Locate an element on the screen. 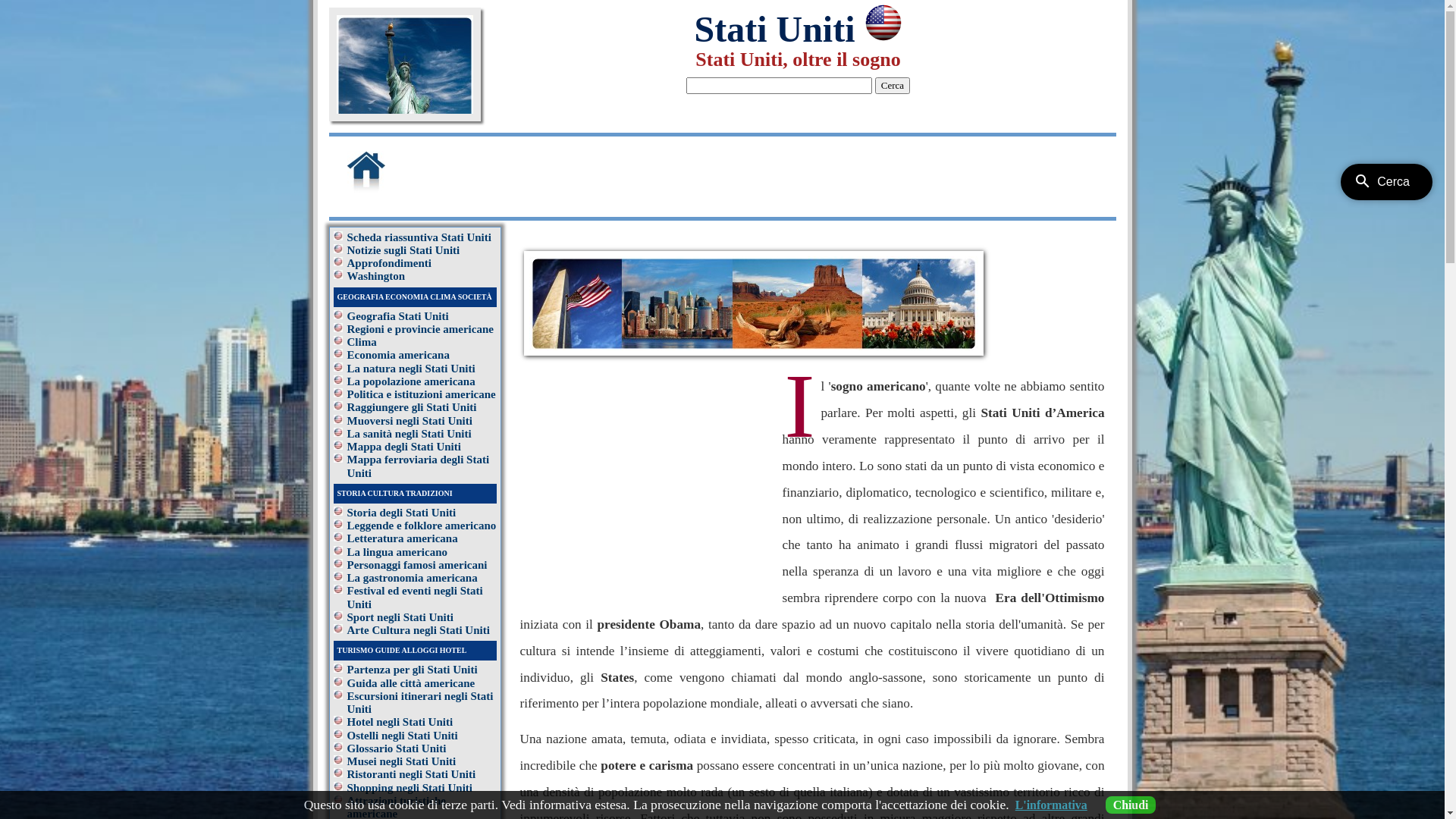  'Notizie sugli Stati Uniti' is located at coordinates (346, 249).